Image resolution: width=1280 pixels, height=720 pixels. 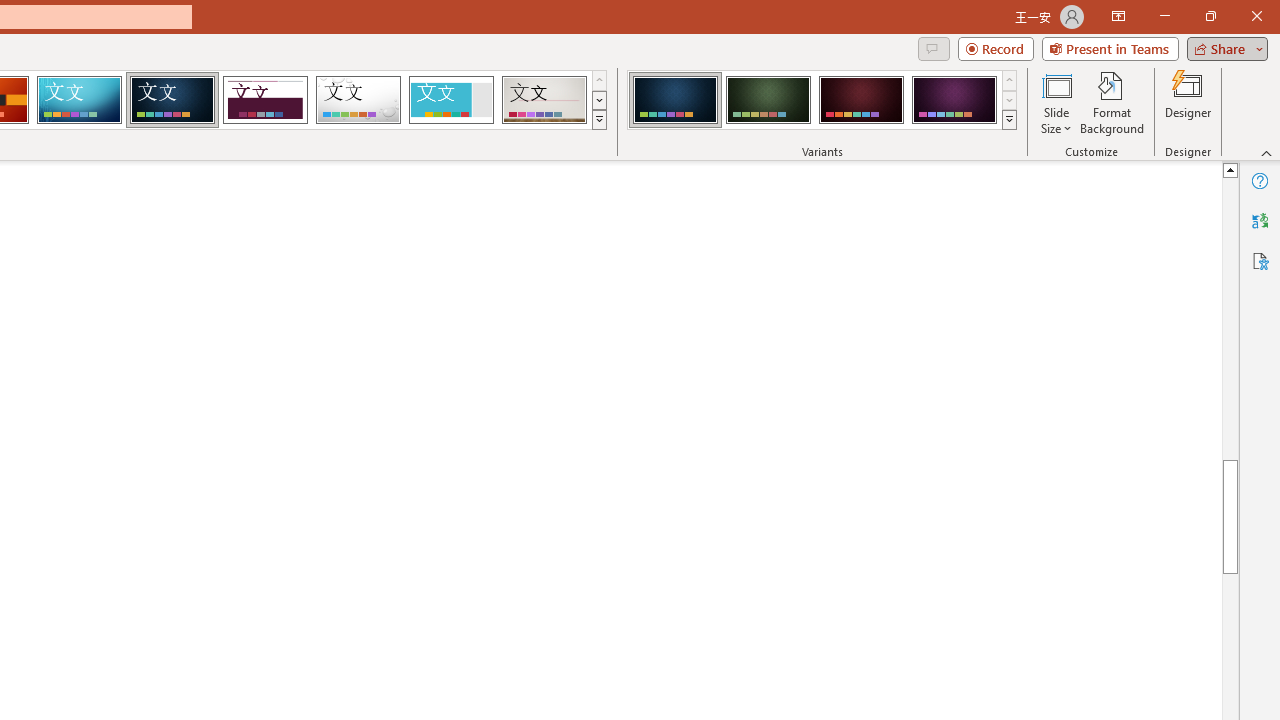 What do you see at coordinates (953, 100) in the screenshot?
I see `'Damask Variant 4'` at bounding box center [953, 100].